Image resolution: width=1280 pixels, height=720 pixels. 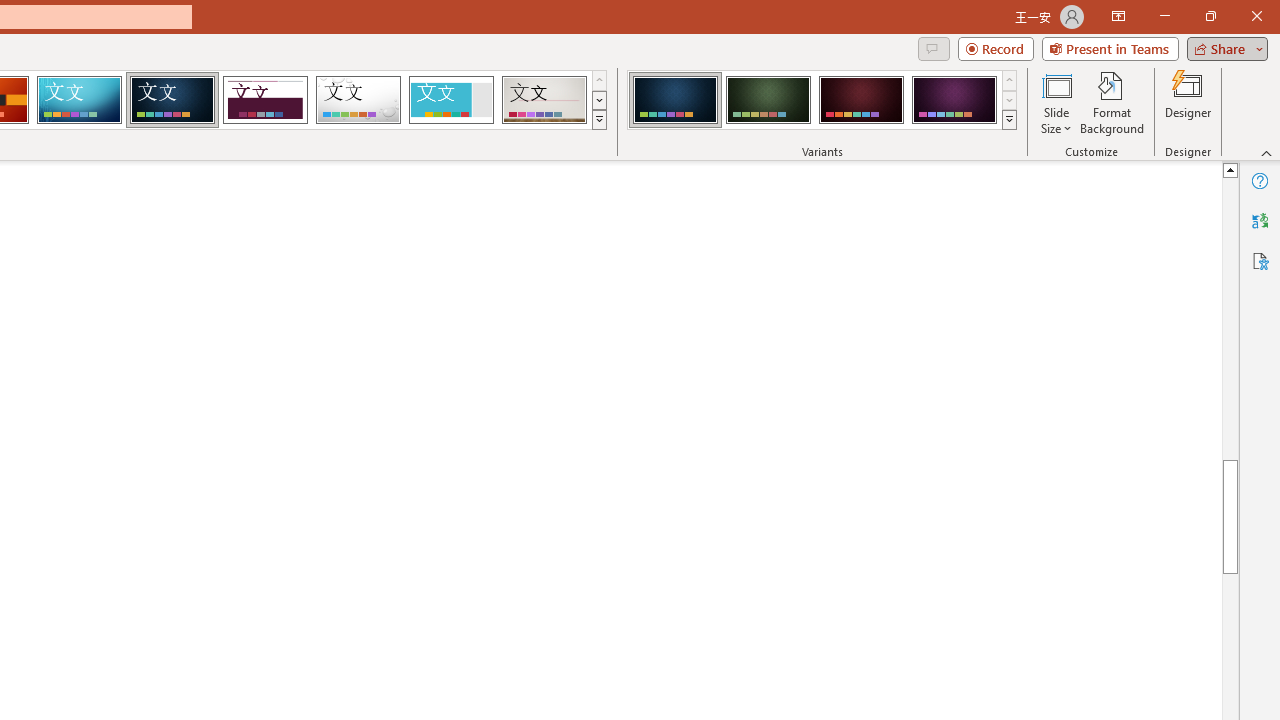 What do you see at coordinates (953, 100) in the screenshot?
I see `'Damask Variant 4'` at bounding box center [953, 100].